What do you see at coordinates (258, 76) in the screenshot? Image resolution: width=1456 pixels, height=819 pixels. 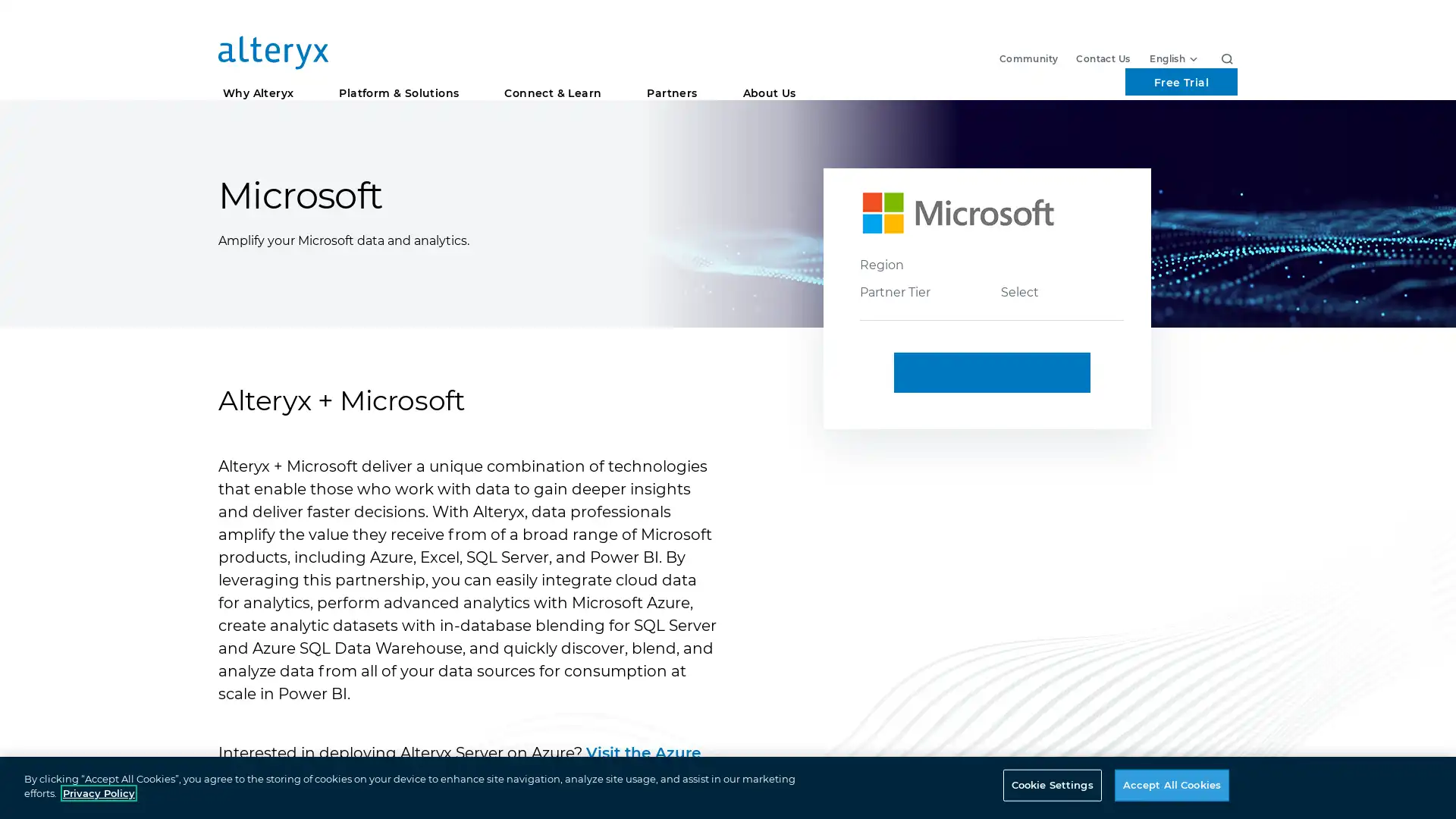 I see `Why Alteryx, menu` at bounding box center [258, 76].